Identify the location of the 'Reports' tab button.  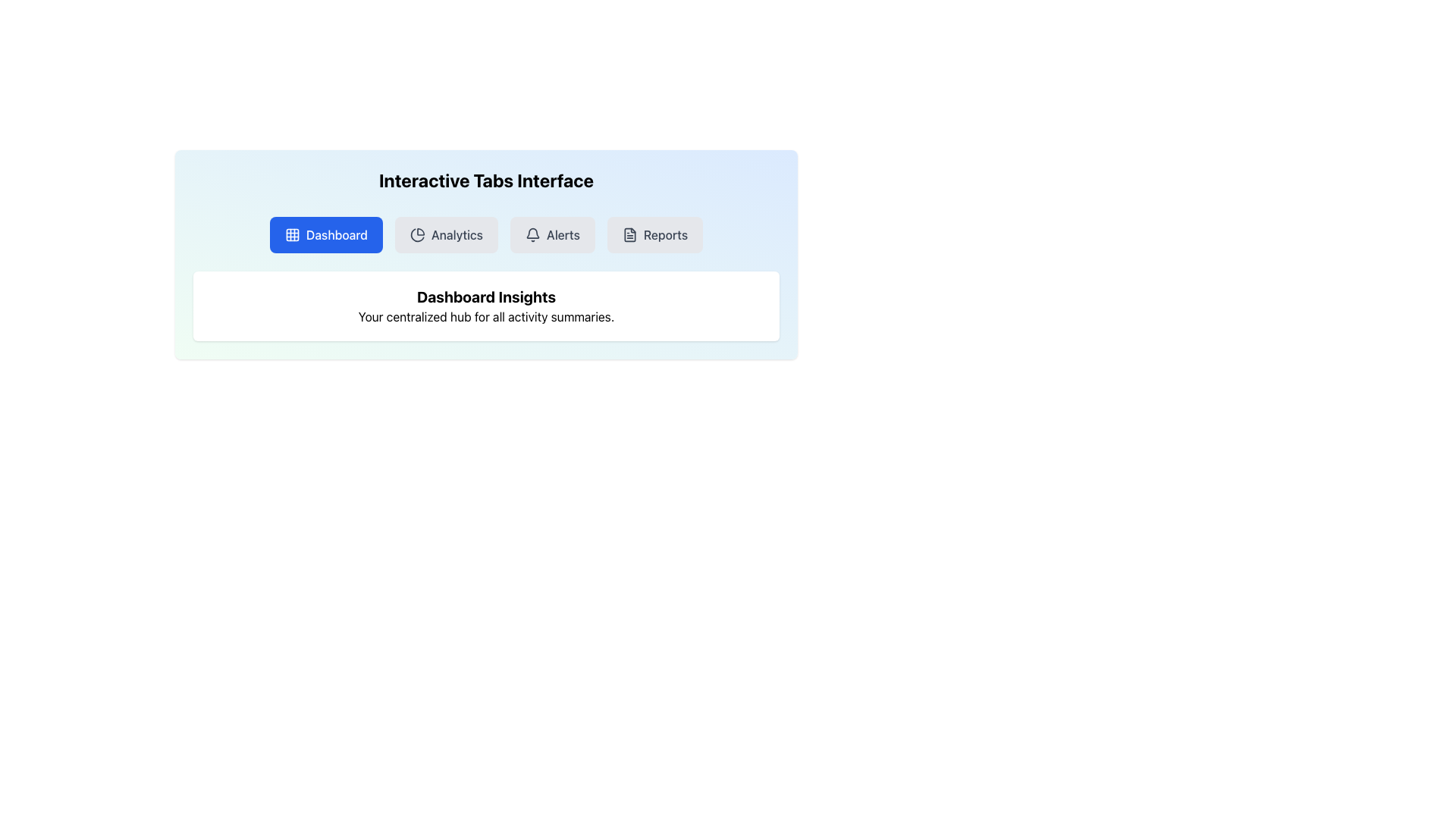
(629, 234).